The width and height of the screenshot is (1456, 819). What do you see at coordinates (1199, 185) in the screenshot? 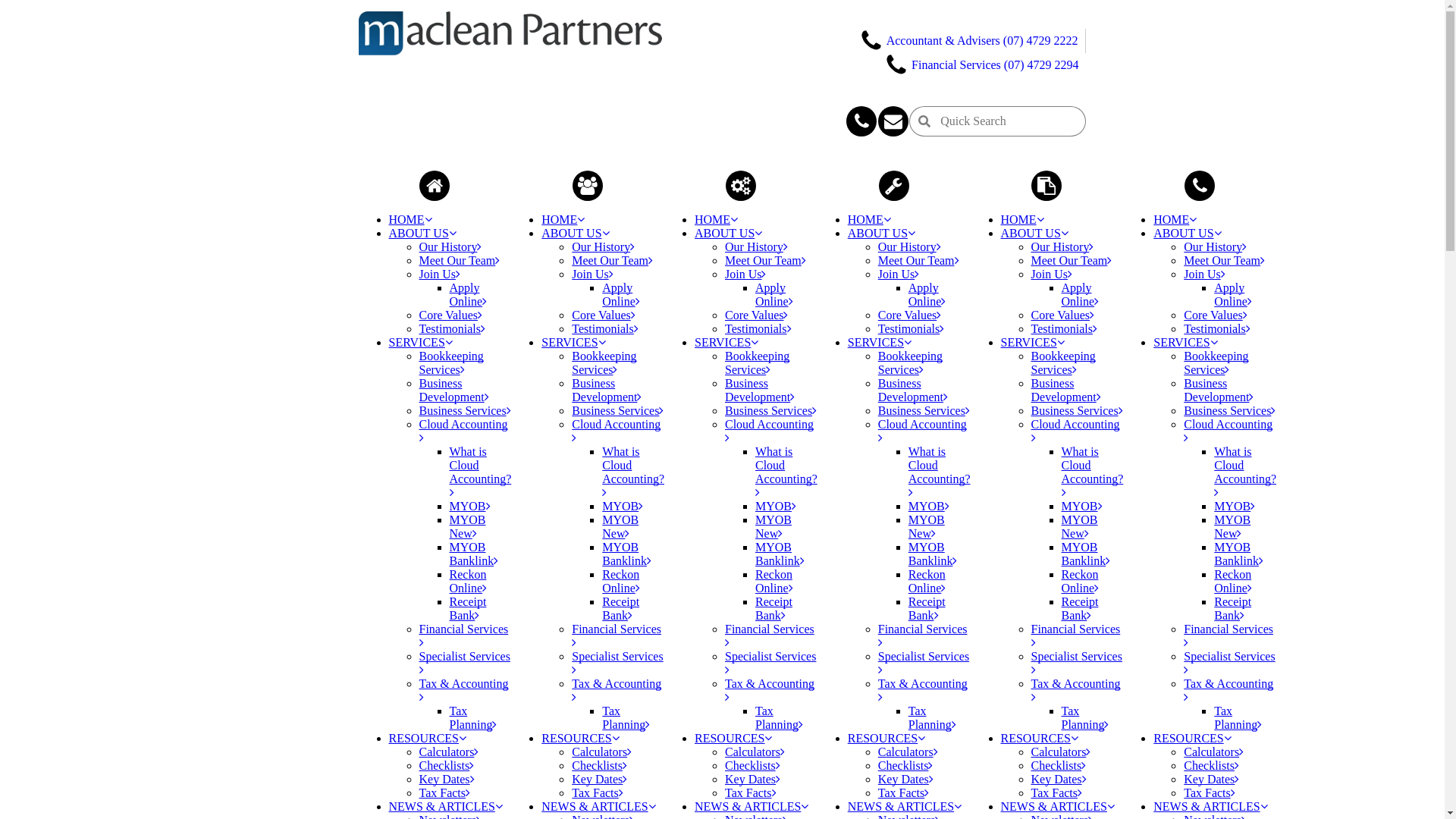
I see `'contact_maclean_partners'` at bounding box center [1199, 185].